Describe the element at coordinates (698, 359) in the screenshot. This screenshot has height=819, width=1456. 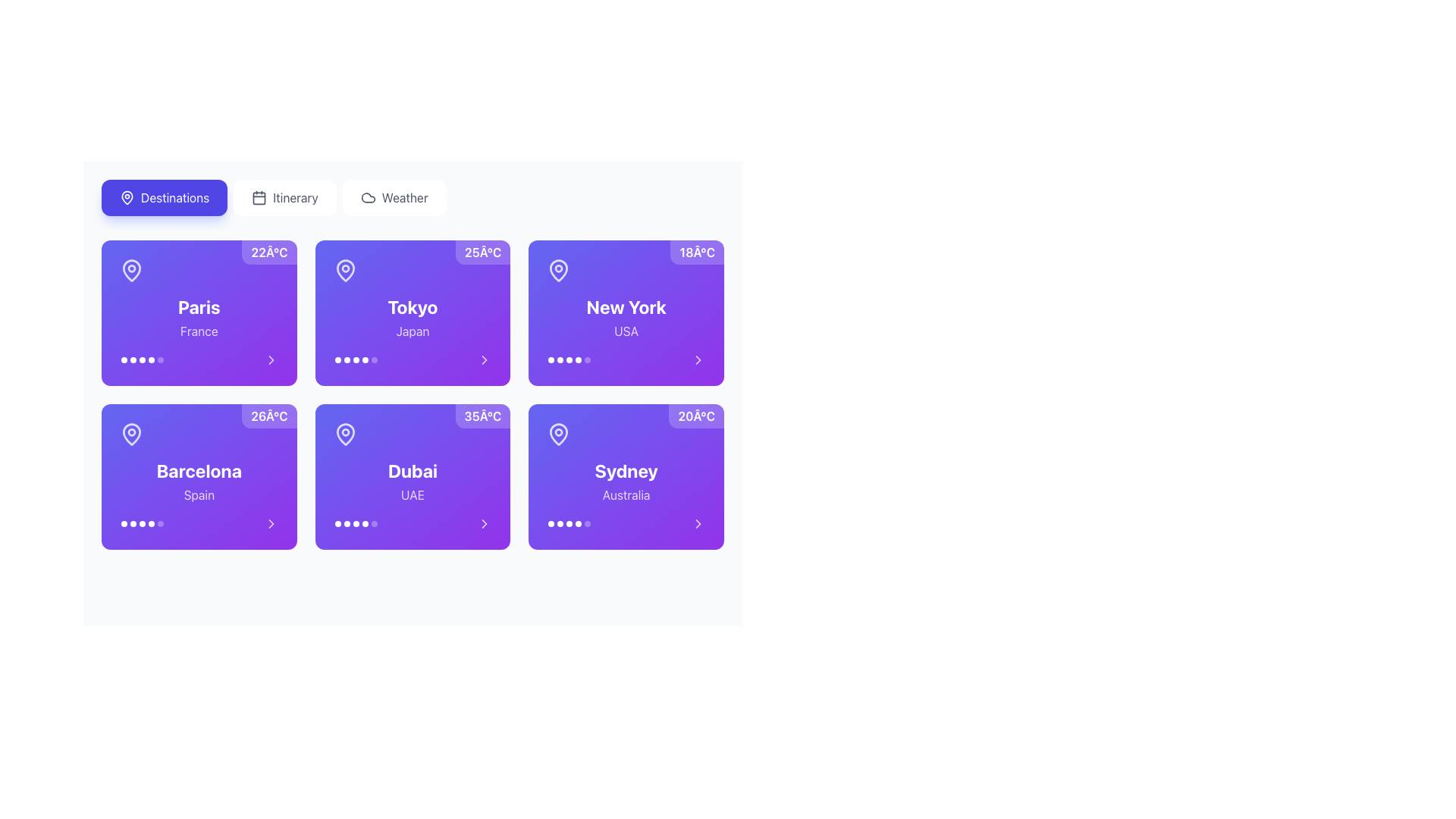
I see `the rightward-pointing arrow icon button located at the bottom right corner of the card titled 'New York'` at that location.